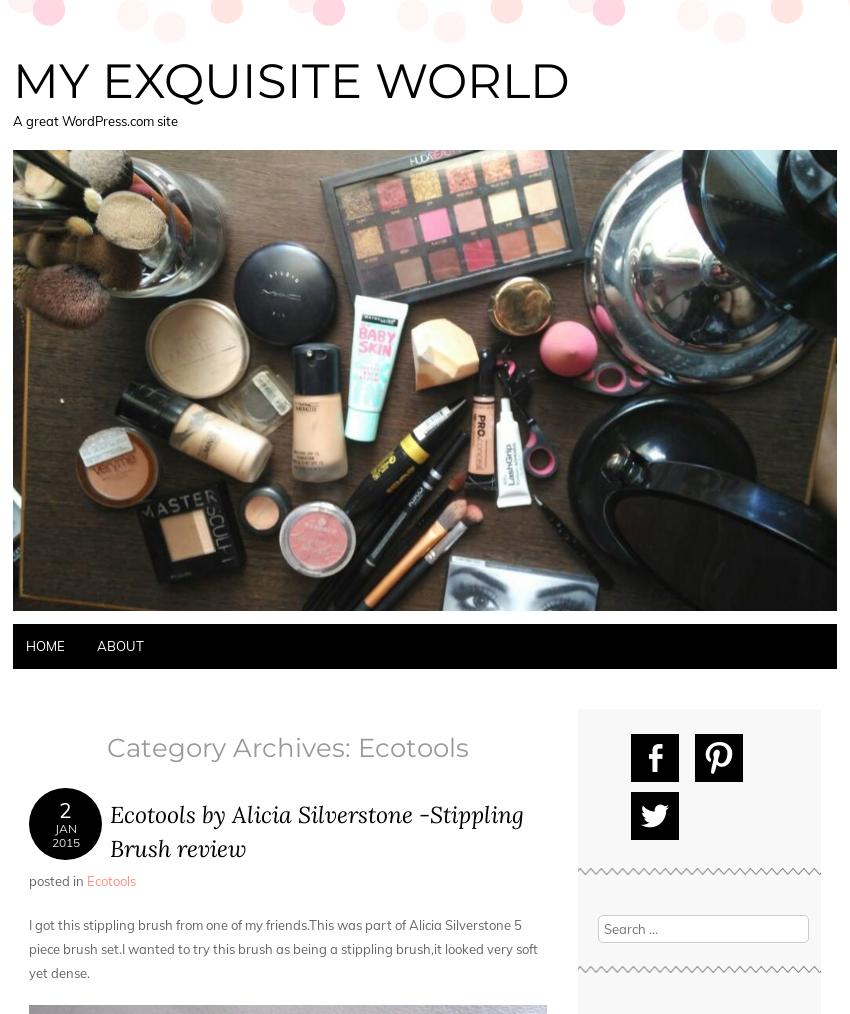  I want to click on '2015', so click(65, 841).